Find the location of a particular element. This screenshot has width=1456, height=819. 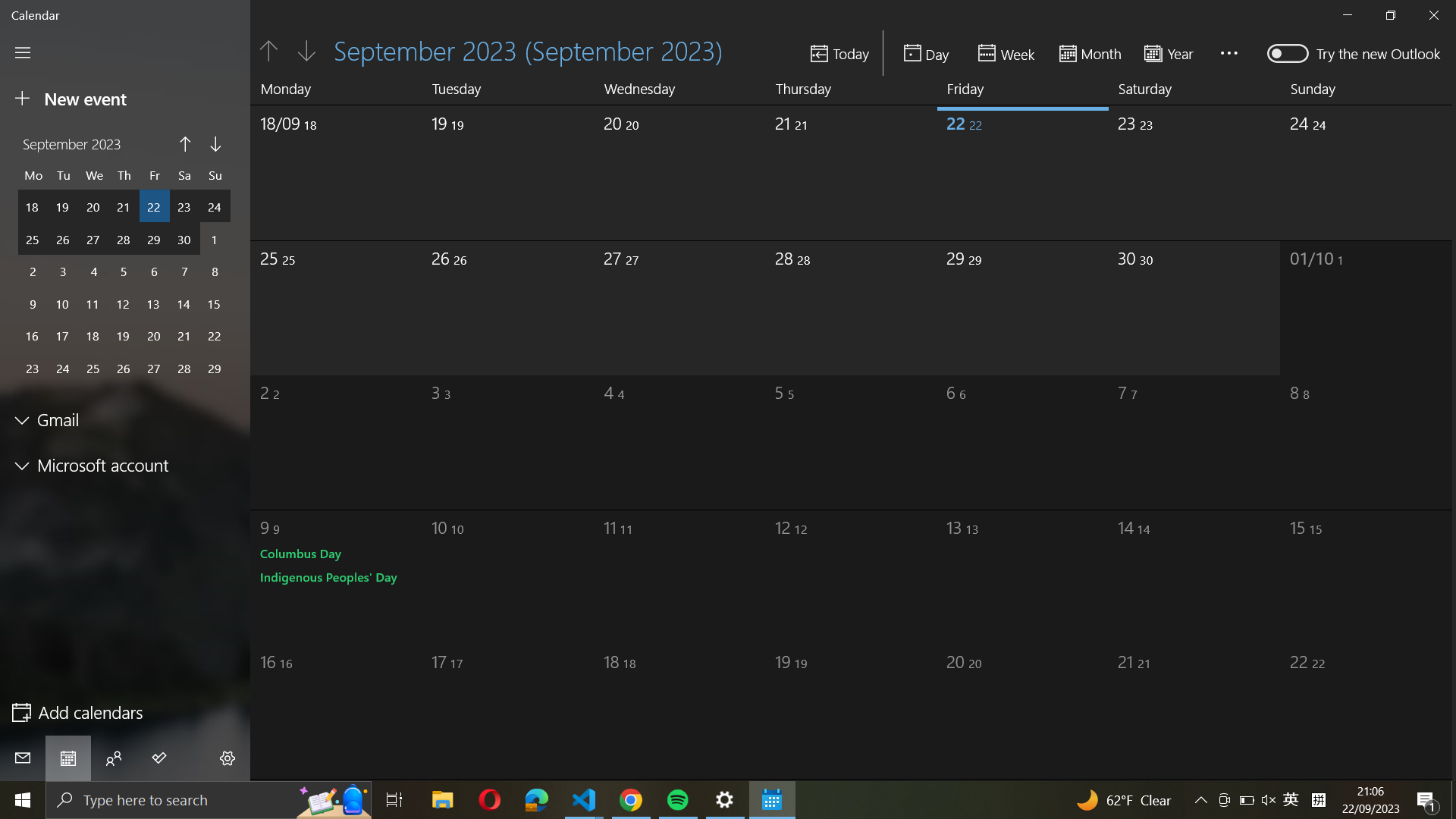

Direct to the date of today is located at coordinates (839, 52).